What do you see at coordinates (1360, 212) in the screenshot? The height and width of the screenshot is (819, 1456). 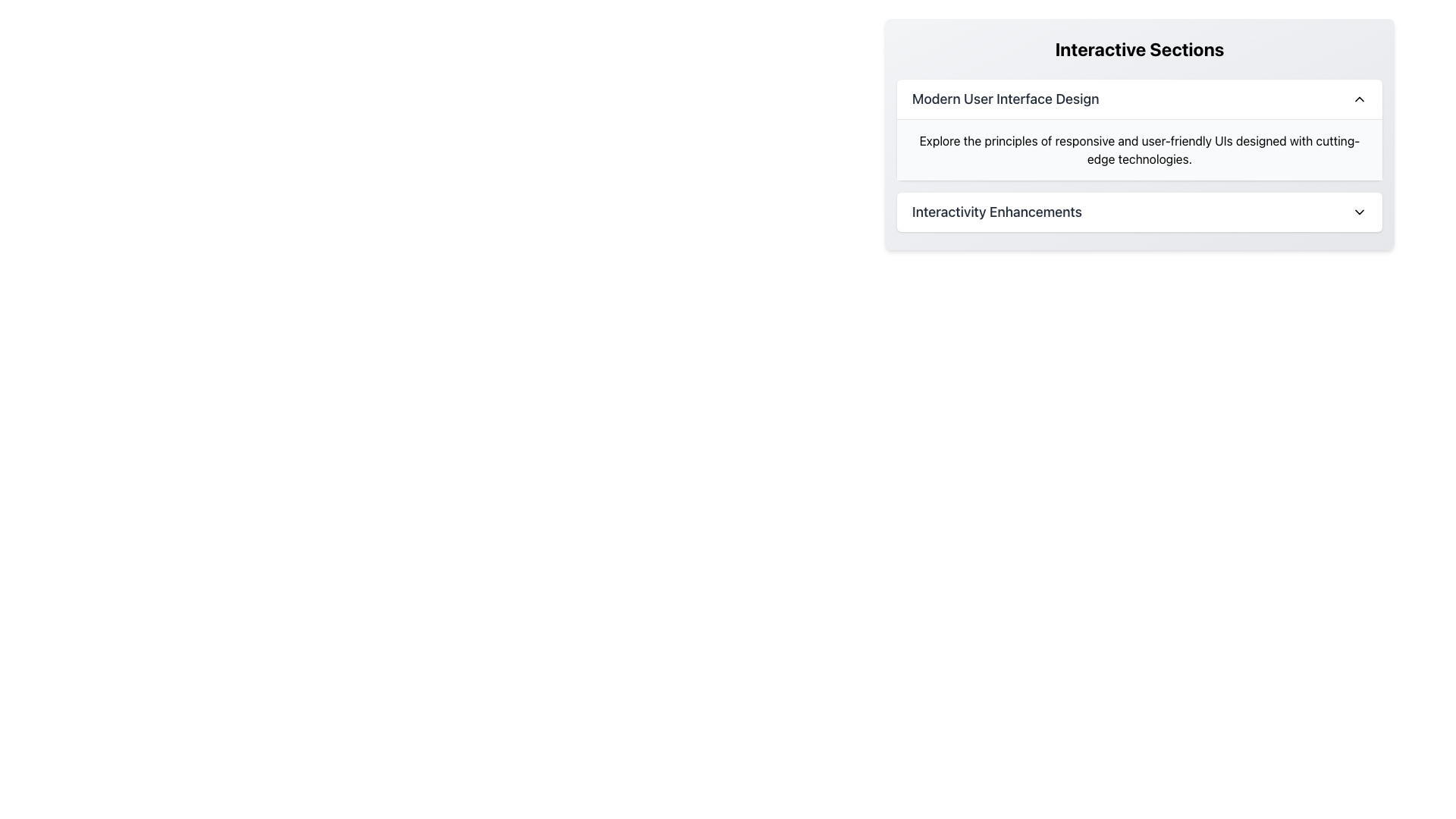 I see `the downward-facing chevron icon located to the far right of the text 'Interactivity Enhancements'` at bounding box center [1360, 212].